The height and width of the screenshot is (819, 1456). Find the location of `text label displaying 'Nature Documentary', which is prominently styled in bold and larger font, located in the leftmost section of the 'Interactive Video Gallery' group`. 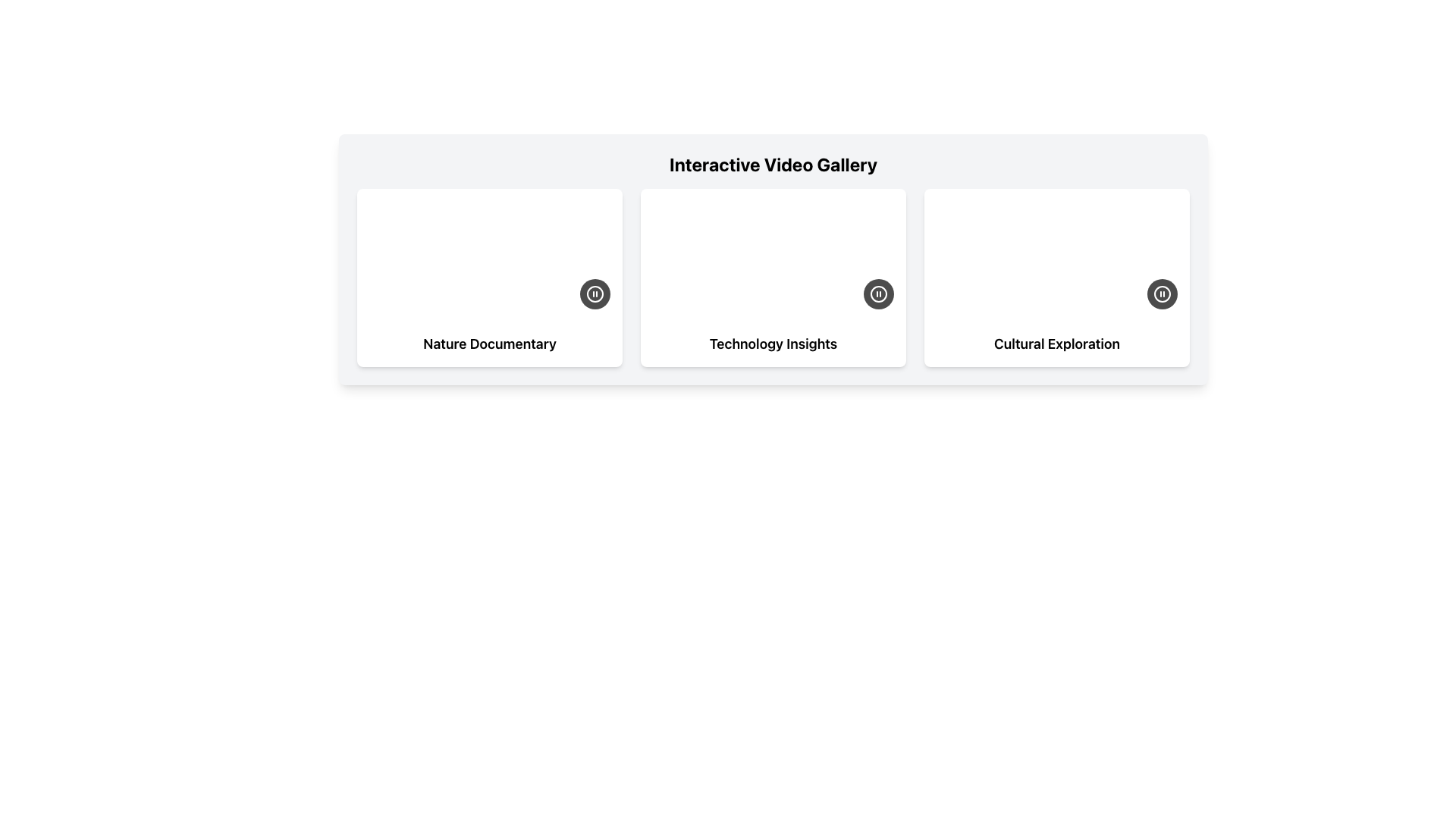

text label displaying 'Nature Documentary', which is prominently styled in bold and larger font, located in the leftmost section of the 'Interactive Video Gallery' group is located at coordinates (490, 344).